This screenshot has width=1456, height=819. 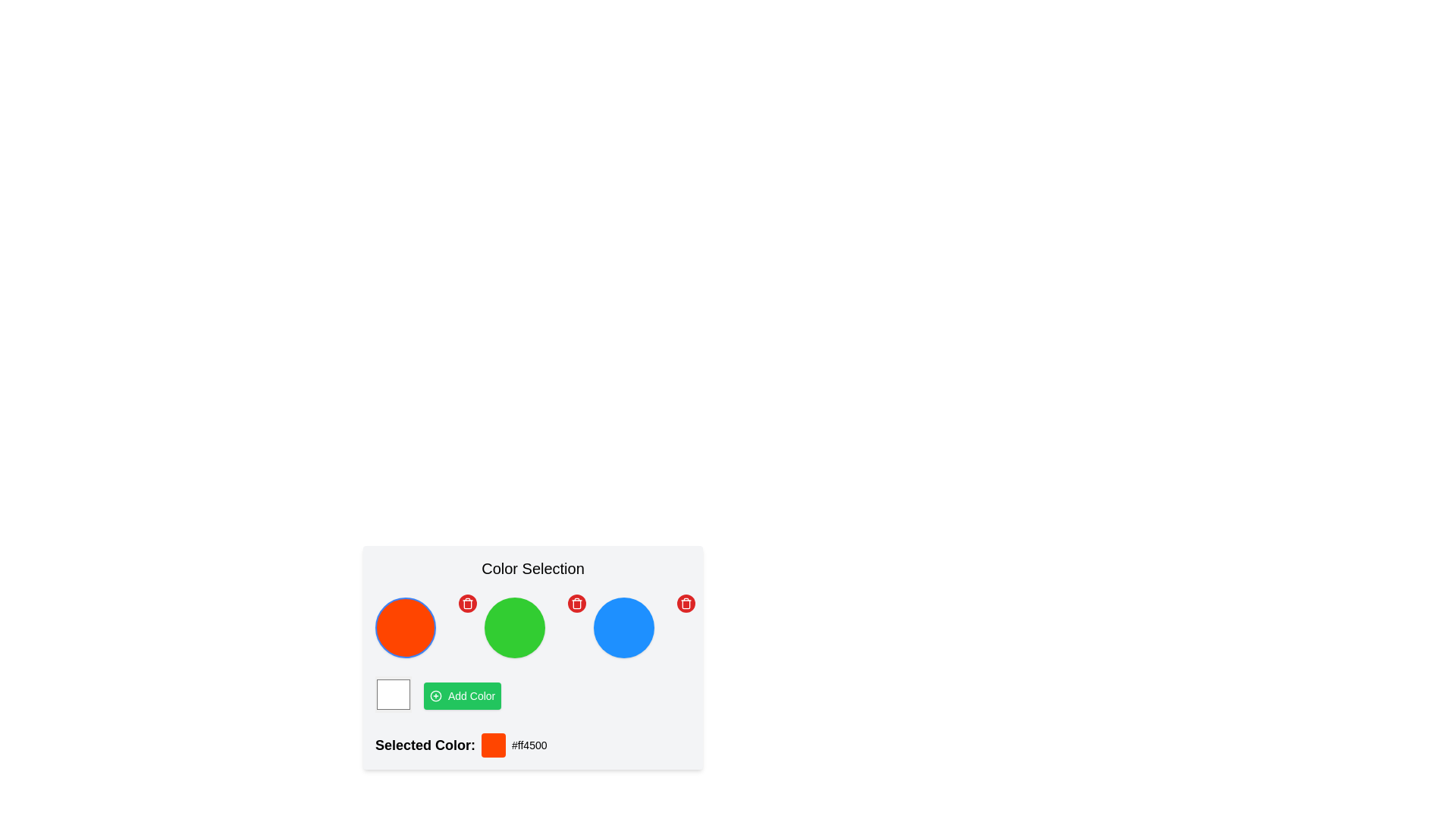 I want to click on the second circular color option representing green in the middle section of the interface, so click(x=532, y=657).